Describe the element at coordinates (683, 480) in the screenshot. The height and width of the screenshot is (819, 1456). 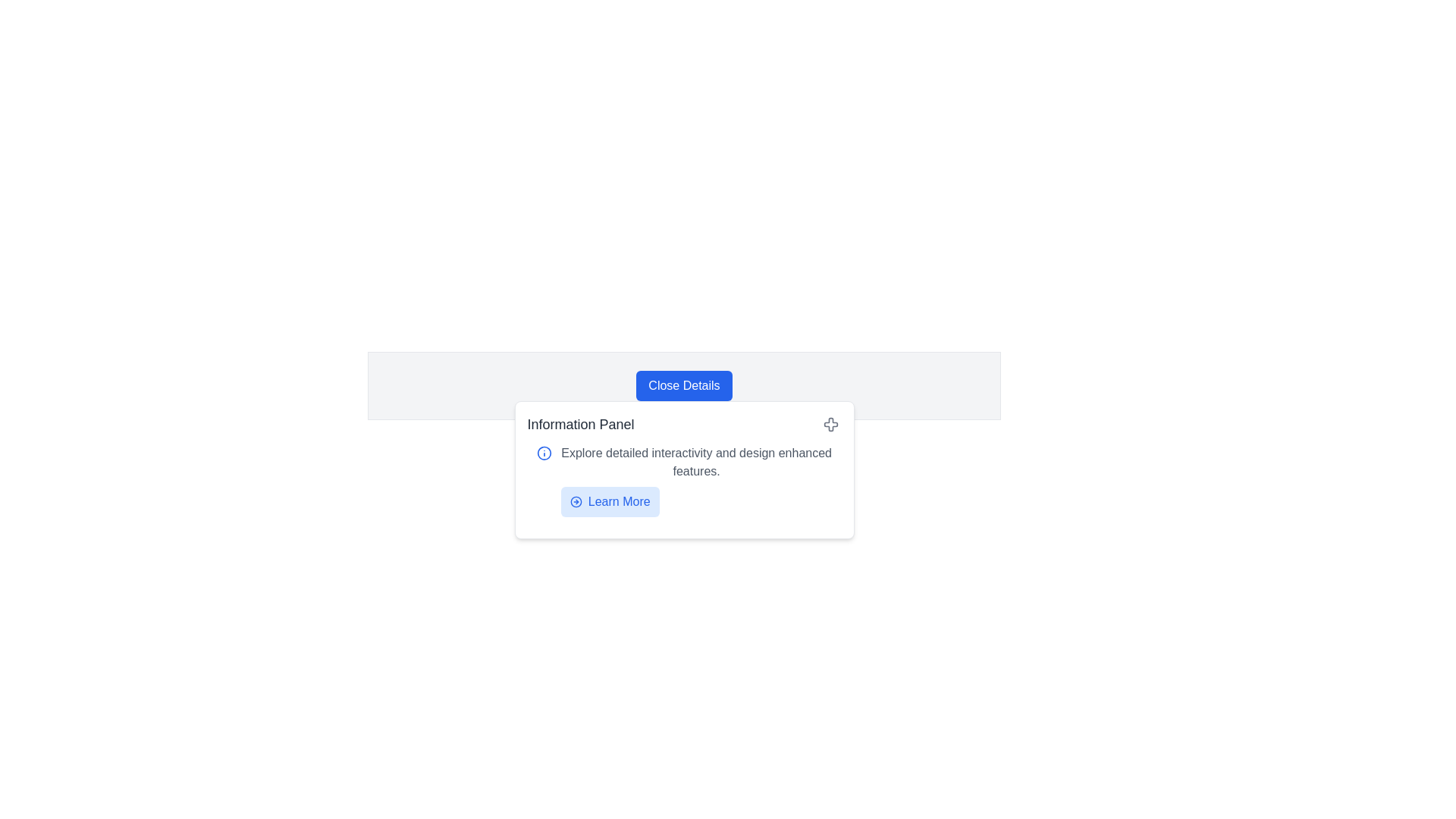
I see `the 'Learn More' button within the informational block that features a blue circular icon and light gray text reading, 'Explore detailed interactivity and design enhanced features.'` at that location.